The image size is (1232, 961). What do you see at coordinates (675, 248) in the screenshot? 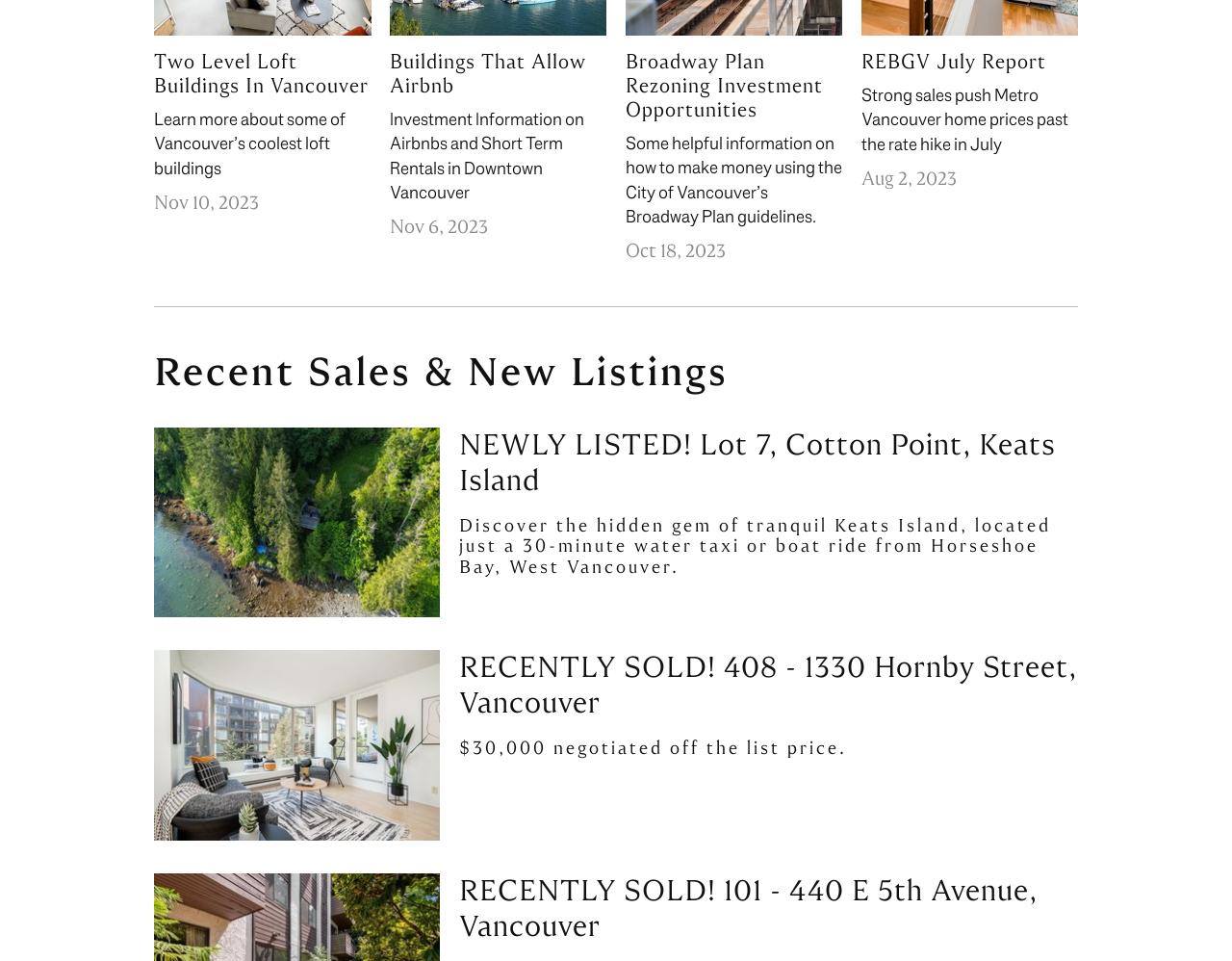
I see `'Oct 18, 2023'` at bounding box center [675, 248].